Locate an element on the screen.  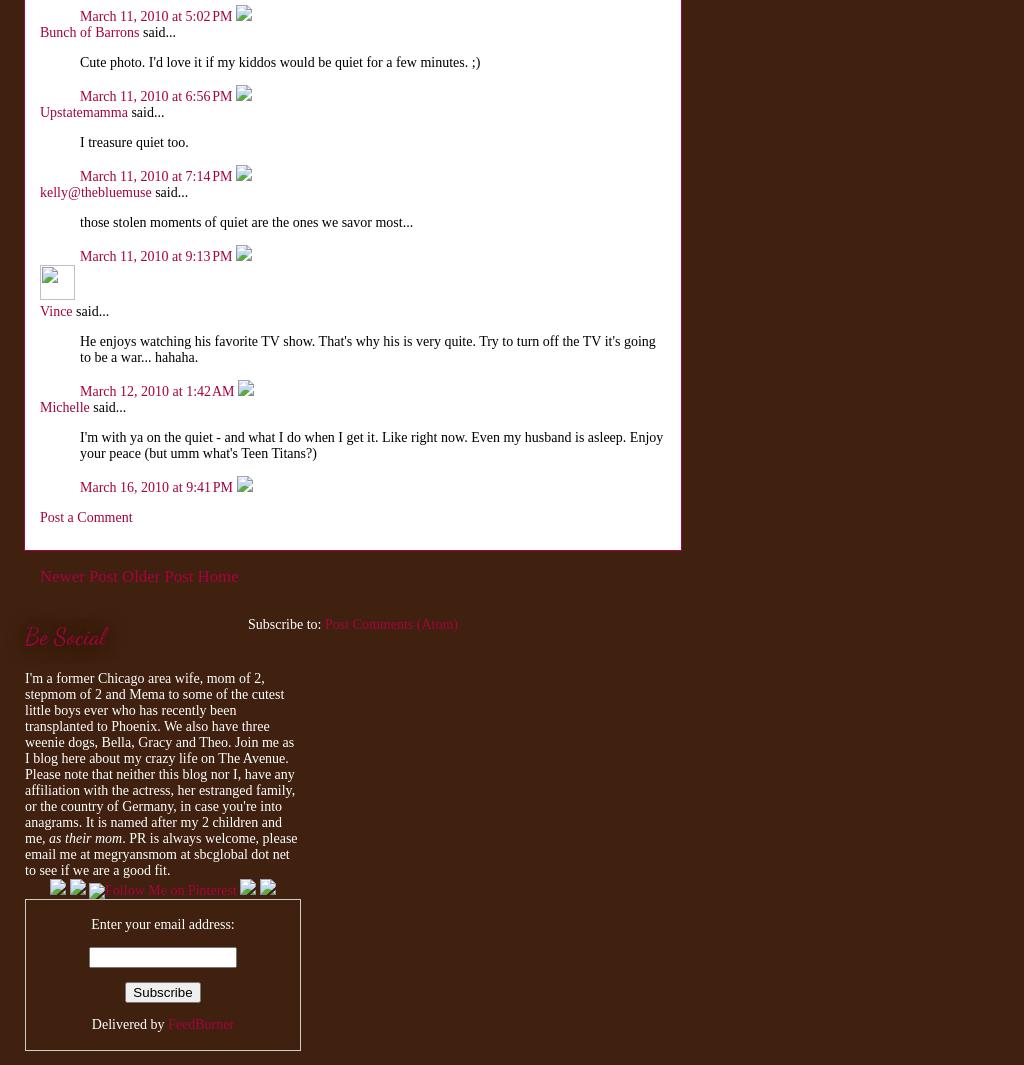
'March 11, 2010 at 9:13 PM' is located at coordinates (157, 255).